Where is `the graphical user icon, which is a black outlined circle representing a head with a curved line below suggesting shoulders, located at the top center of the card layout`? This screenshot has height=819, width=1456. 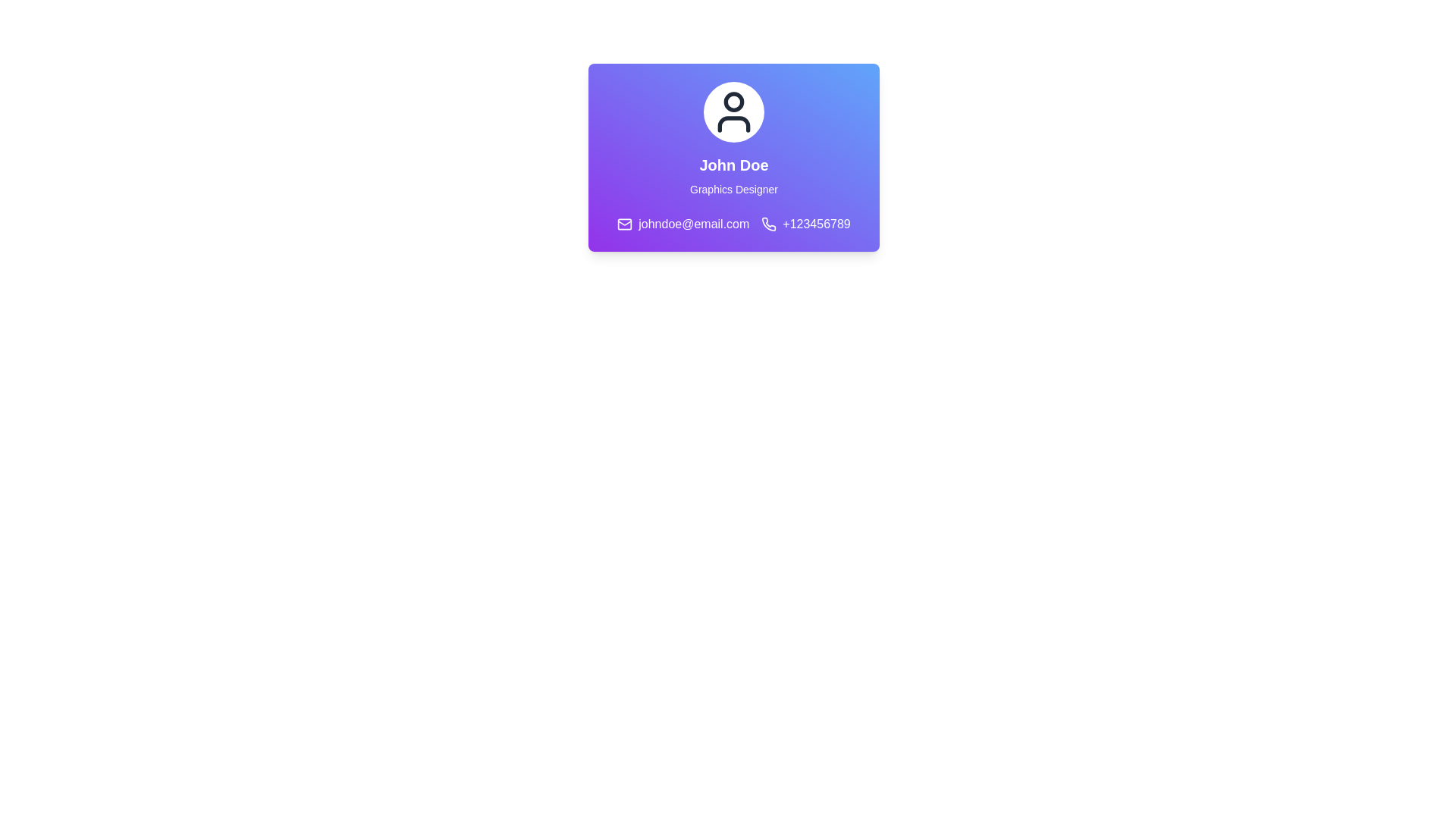 the graphical user icon, which is a black outlined circle representing a head with a curved line below suggesting shoulders, located at the top center of the card layout is located at coordinates (734, 111).